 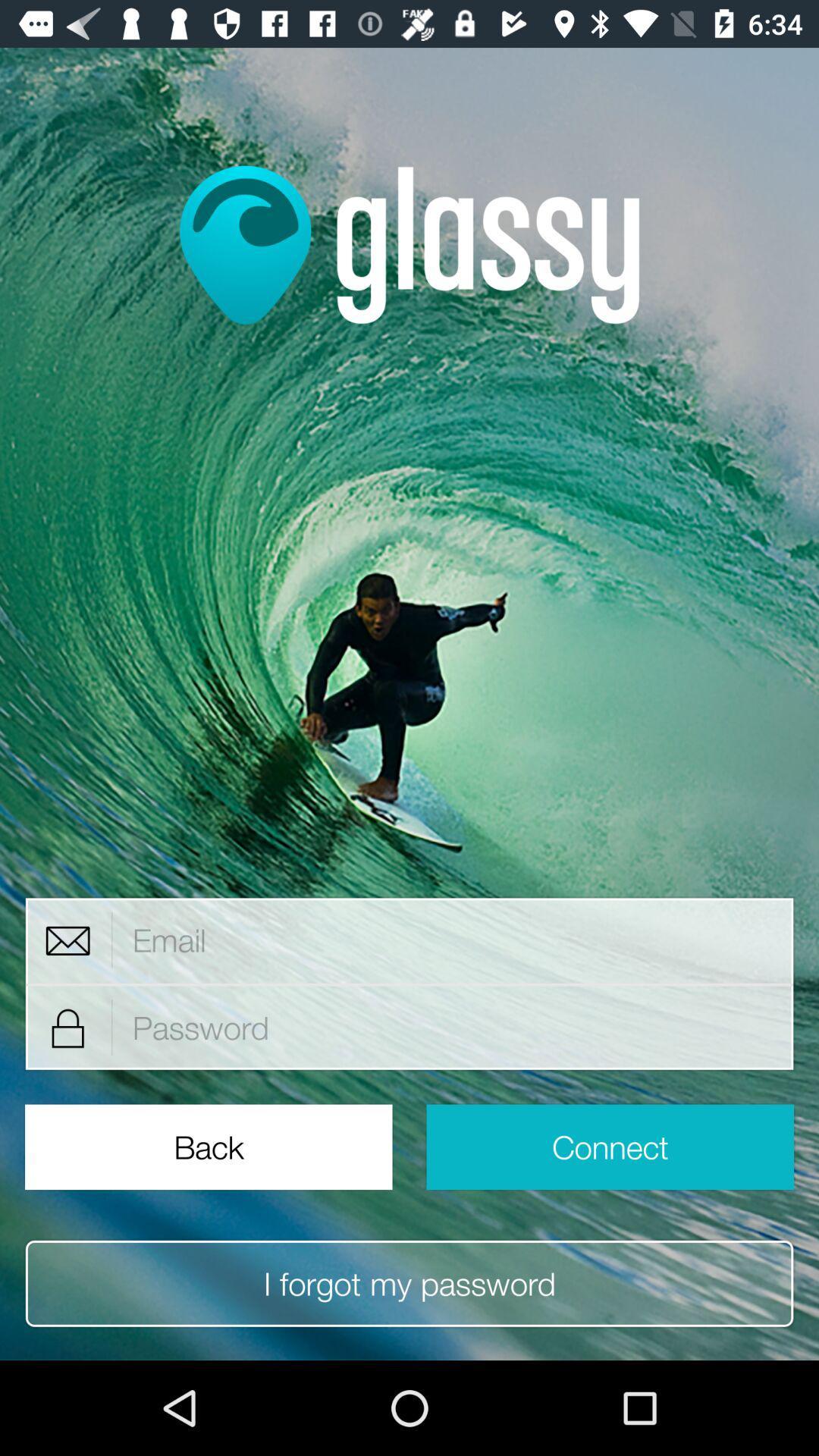 What do you see at coordinates (609, 1147) in the screenshot?
I see `connect icon` at bounding box center [609, 1147].